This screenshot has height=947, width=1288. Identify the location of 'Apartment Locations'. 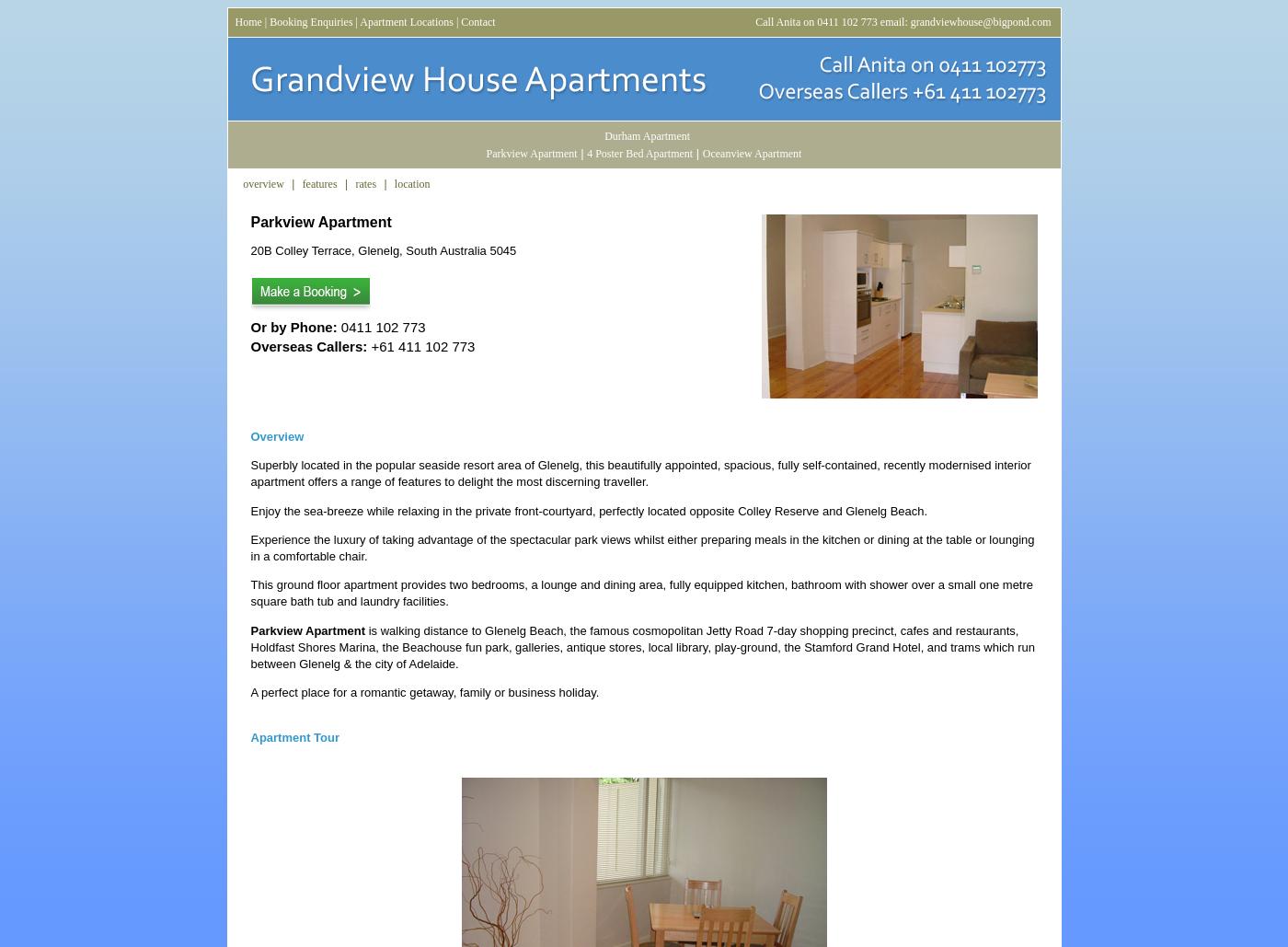
(406, 21).